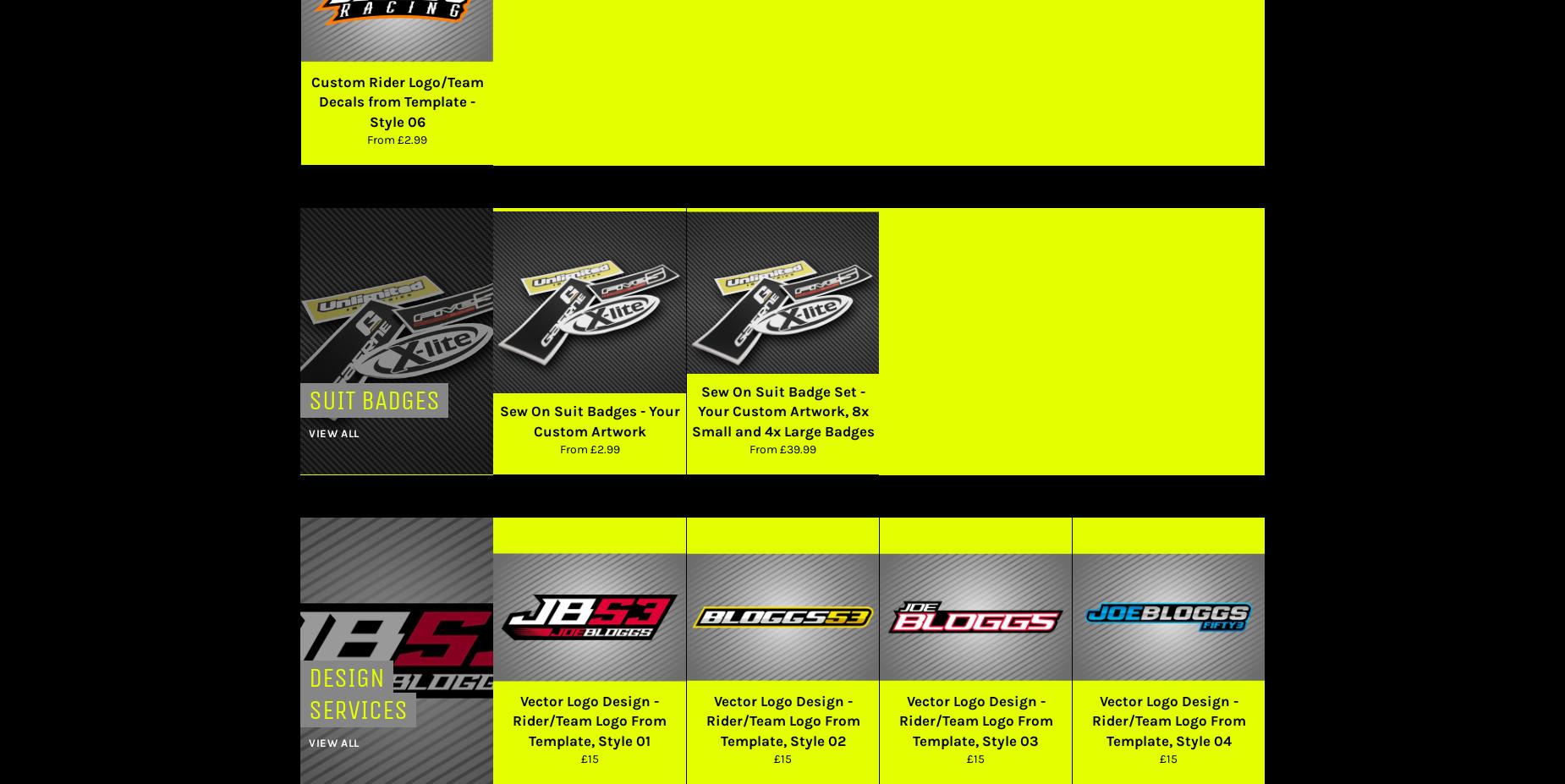  Describe the element at coordinates (705, 721) in the screenshot. I see `'Vector Logo Design - Rider/Team Logo From Template, Style 02'` at that location.